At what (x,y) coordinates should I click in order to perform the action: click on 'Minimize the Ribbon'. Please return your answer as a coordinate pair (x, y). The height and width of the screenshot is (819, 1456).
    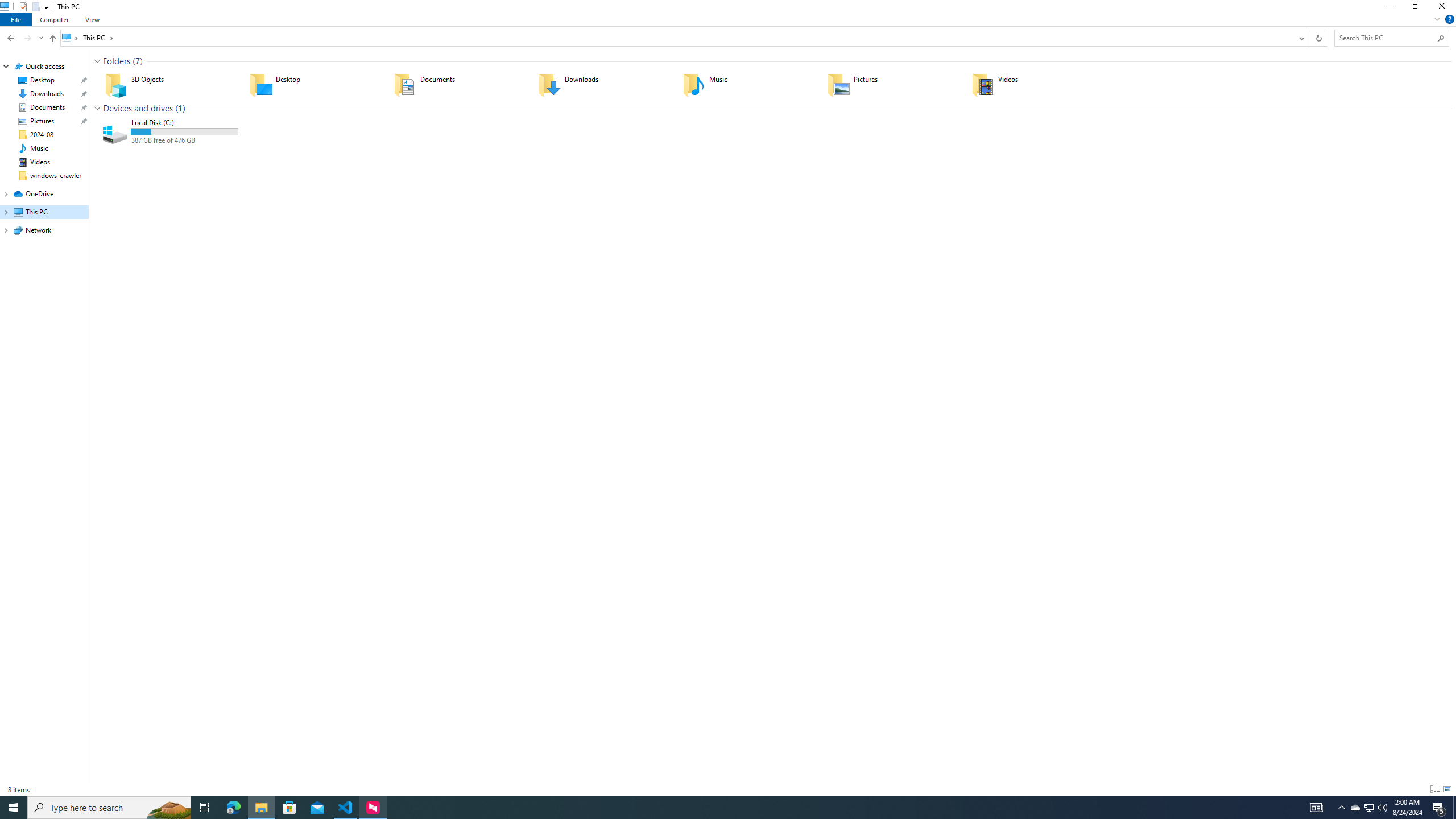
    Looking at the image, I should click on (1437, 18).